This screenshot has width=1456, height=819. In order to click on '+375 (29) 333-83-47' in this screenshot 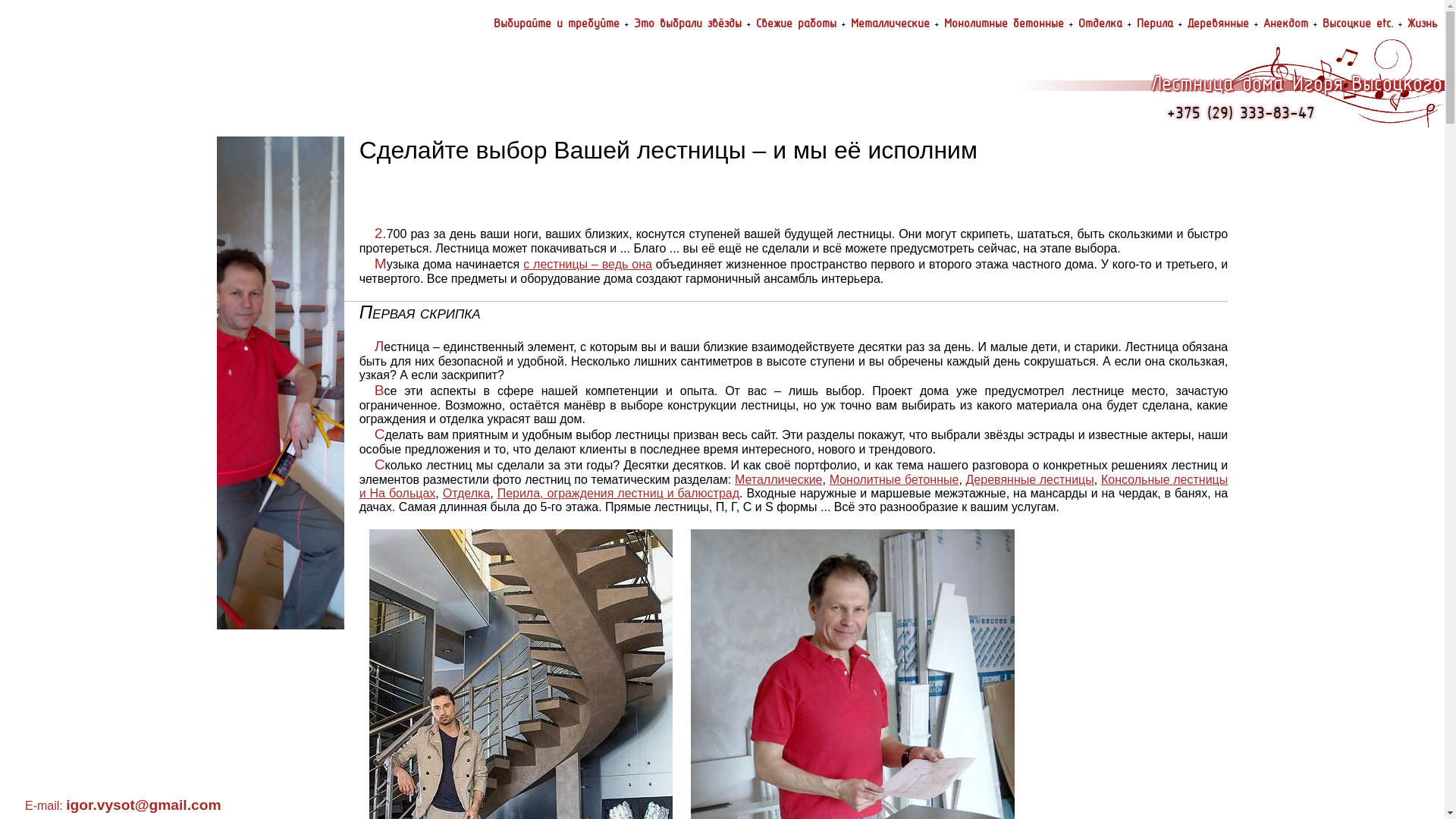, I will do `click(1241, 111)`.